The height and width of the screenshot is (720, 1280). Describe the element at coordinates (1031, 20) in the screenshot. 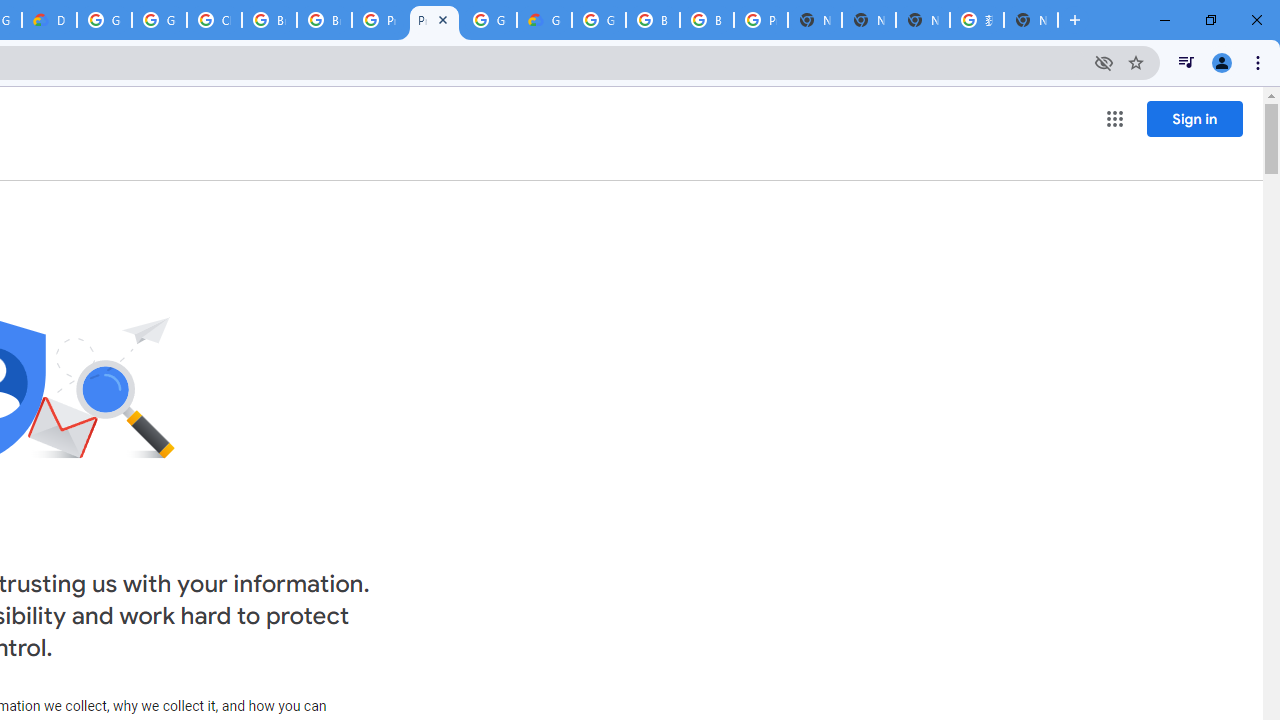

I see `'New Tab'` at that location.